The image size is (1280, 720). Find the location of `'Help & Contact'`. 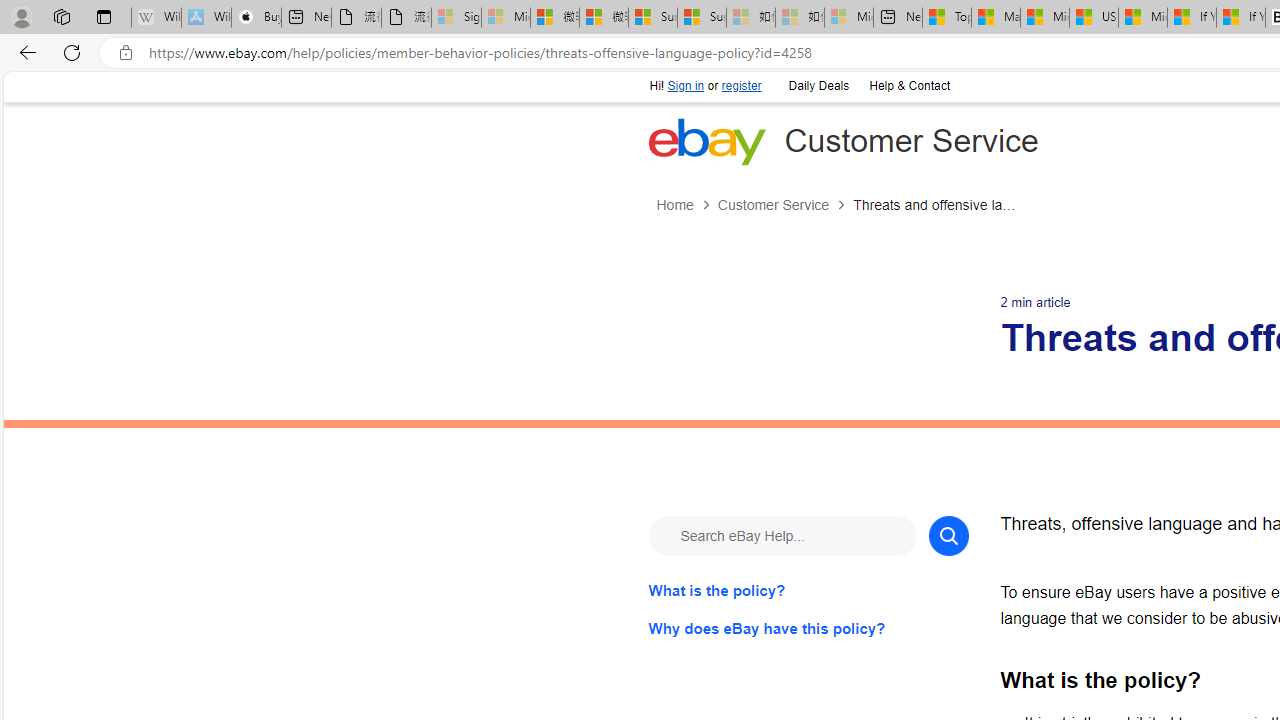

'Help & Contact' is located at coordinates (908, 86).